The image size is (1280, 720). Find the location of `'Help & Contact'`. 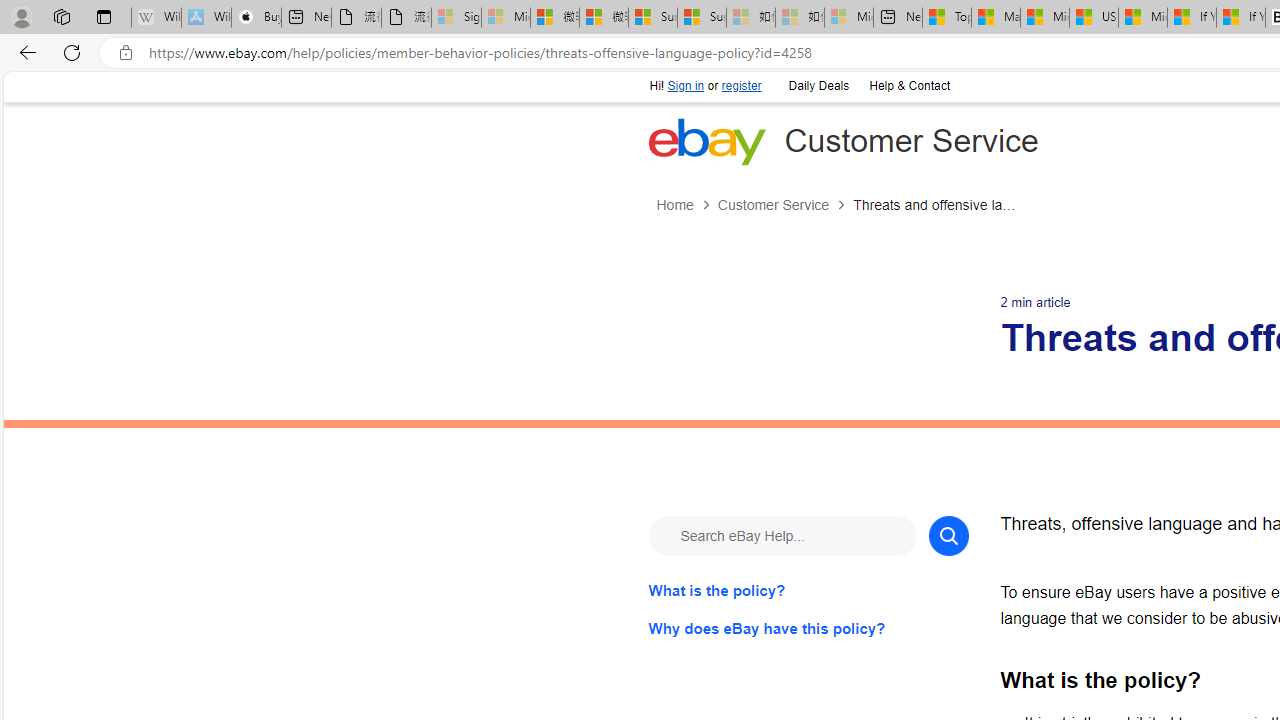

'Help & Contact' is located at coordinates (908, 86).